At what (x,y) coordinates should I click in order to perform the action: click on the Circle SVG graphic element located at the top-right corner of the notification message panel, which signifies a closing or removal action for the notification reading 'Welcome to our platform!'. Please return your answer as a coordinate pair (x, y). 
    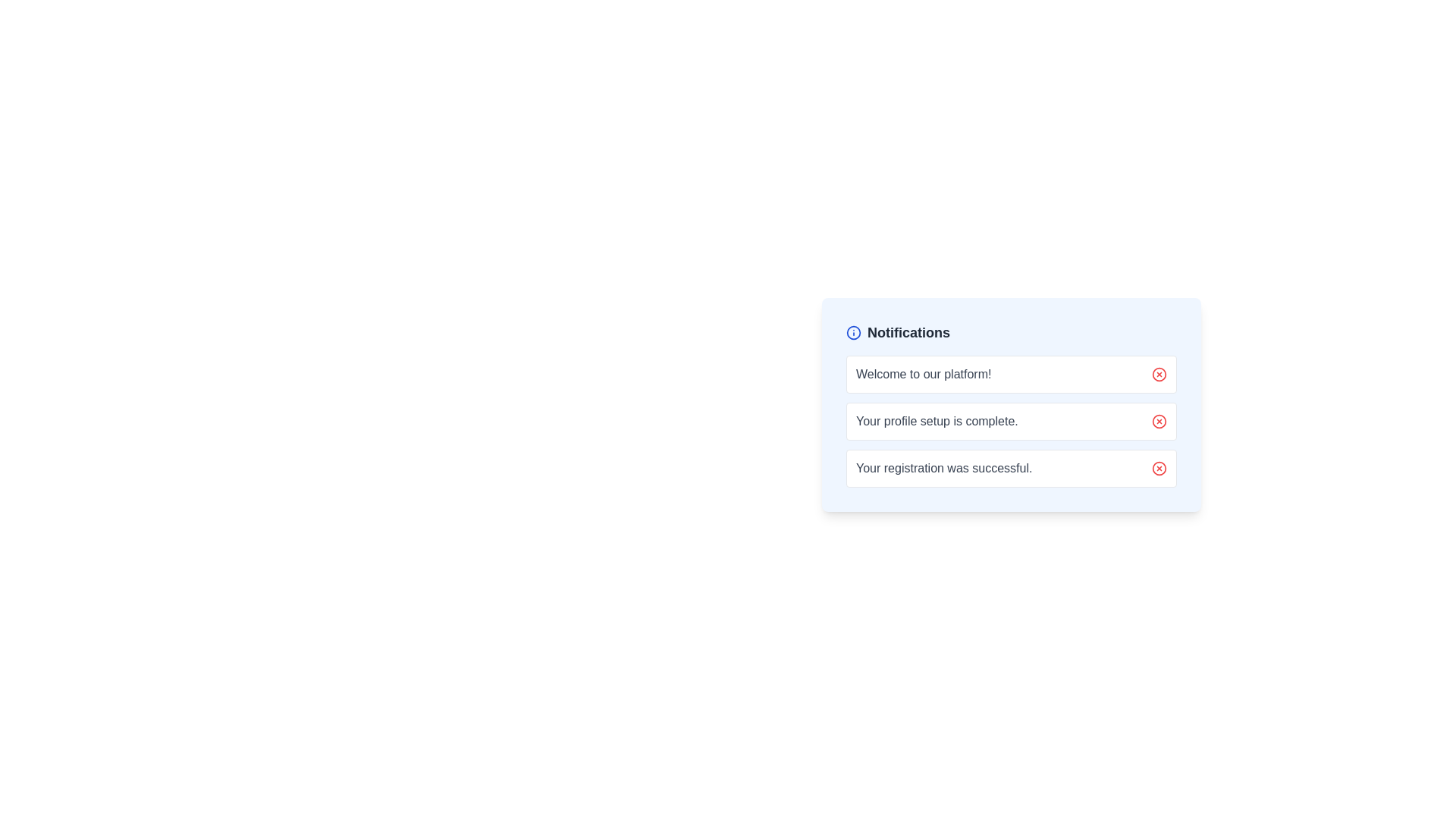
    Looking at the image, I should click on (1159, 374).